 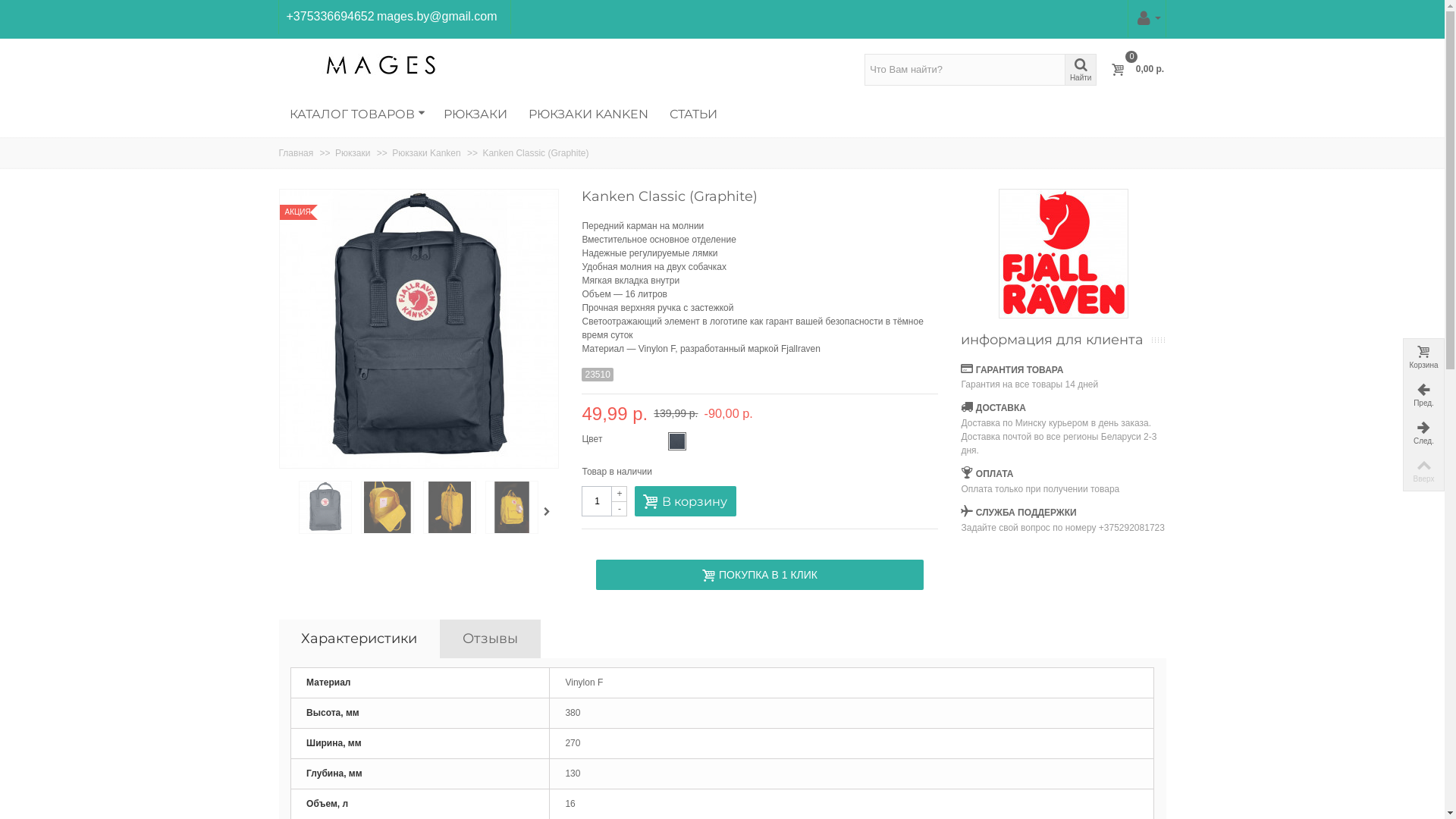 I want to click on '-', so click(x=611, y=509).